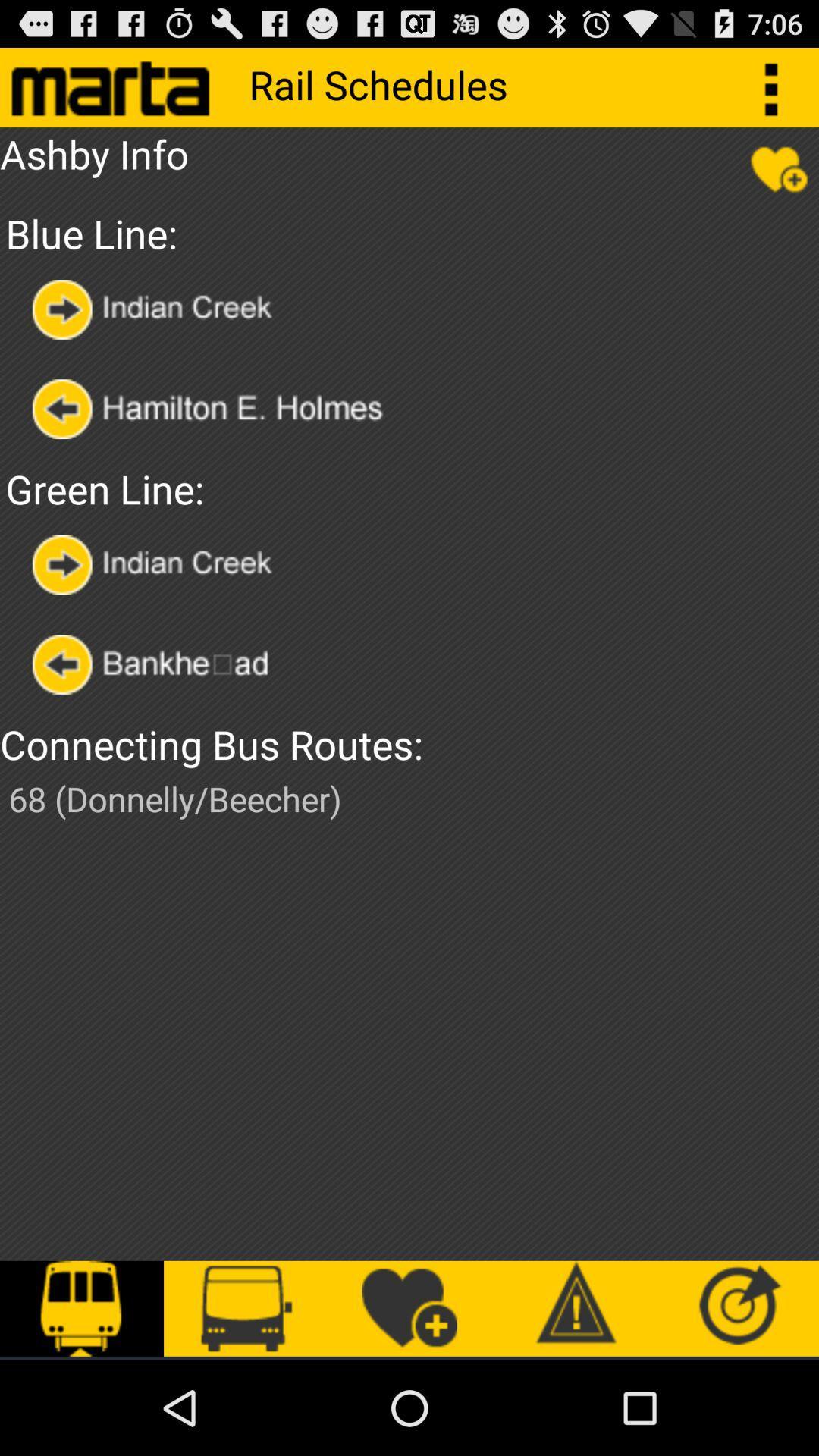  What do you see at coordinates (157, 564) in the screenshot?
I see `selected rail station` at bounding box center [157, 564].